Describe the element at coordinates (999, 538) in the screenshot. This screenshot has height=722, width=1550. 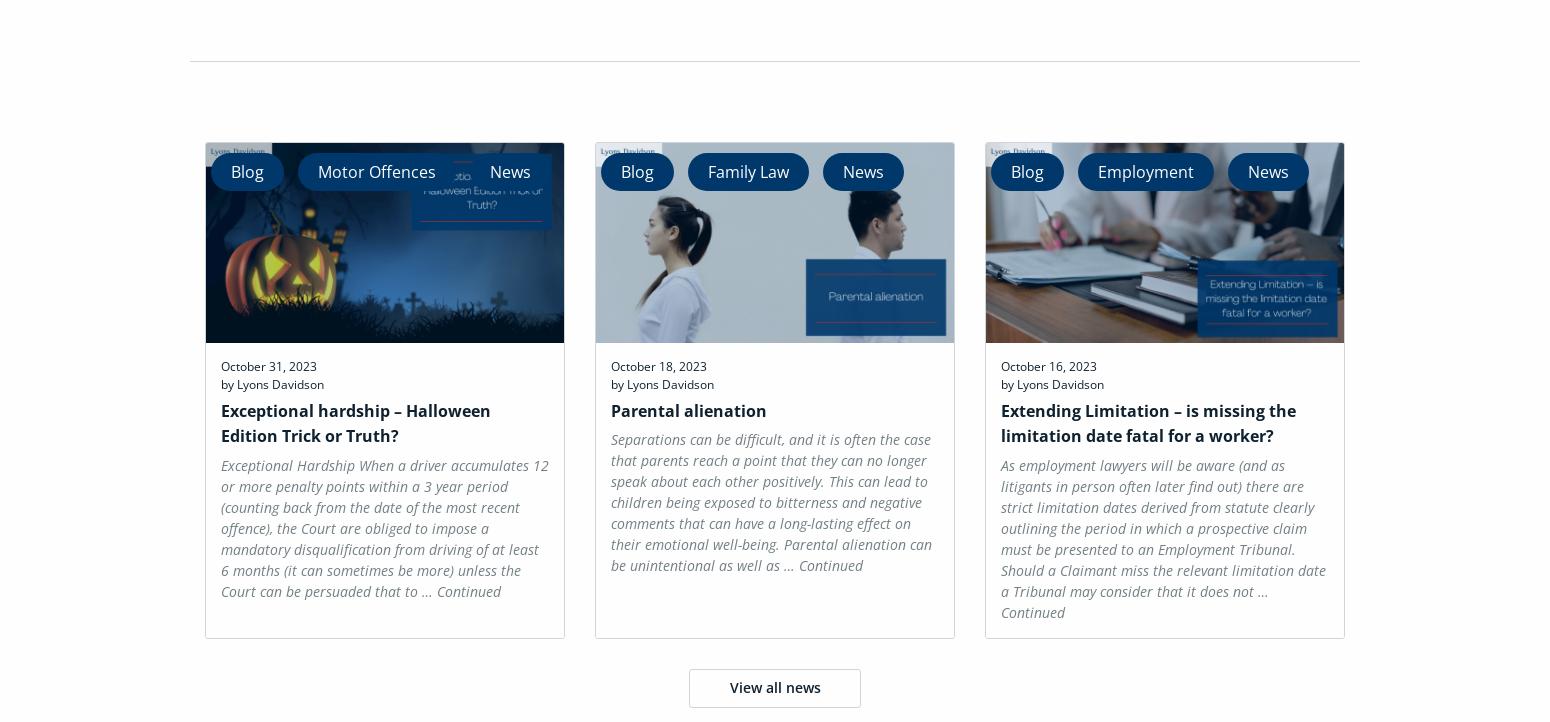
I see `'As employment lawyers will be aware (and as litigants in person often later find out) there are strict limitation dates derived from statute clearly outlining the period in which a prospective claim must be presented to an Employment Tribunal. Should a Claimant miss the relevant limitation date a Tribunal may consider that it does not … Continued'` at that location.